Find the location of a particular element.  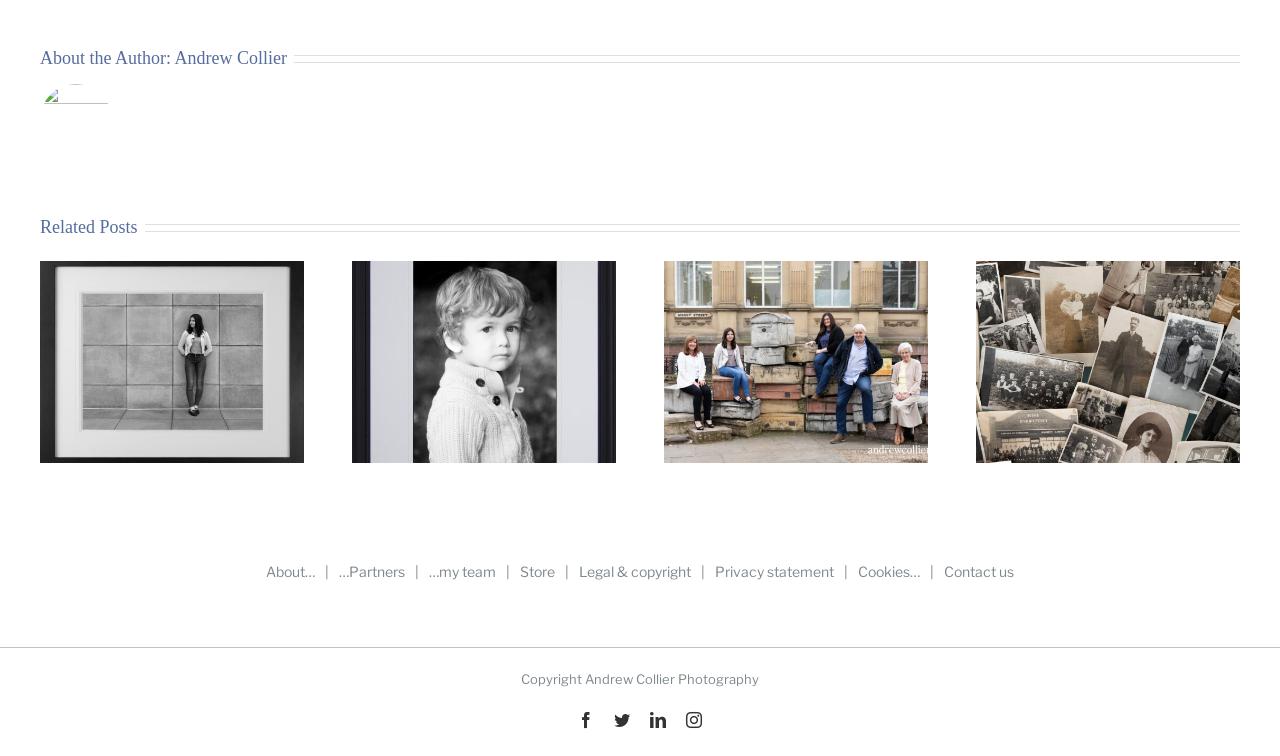

'Cookies…' is located at coordinates (887, 571).